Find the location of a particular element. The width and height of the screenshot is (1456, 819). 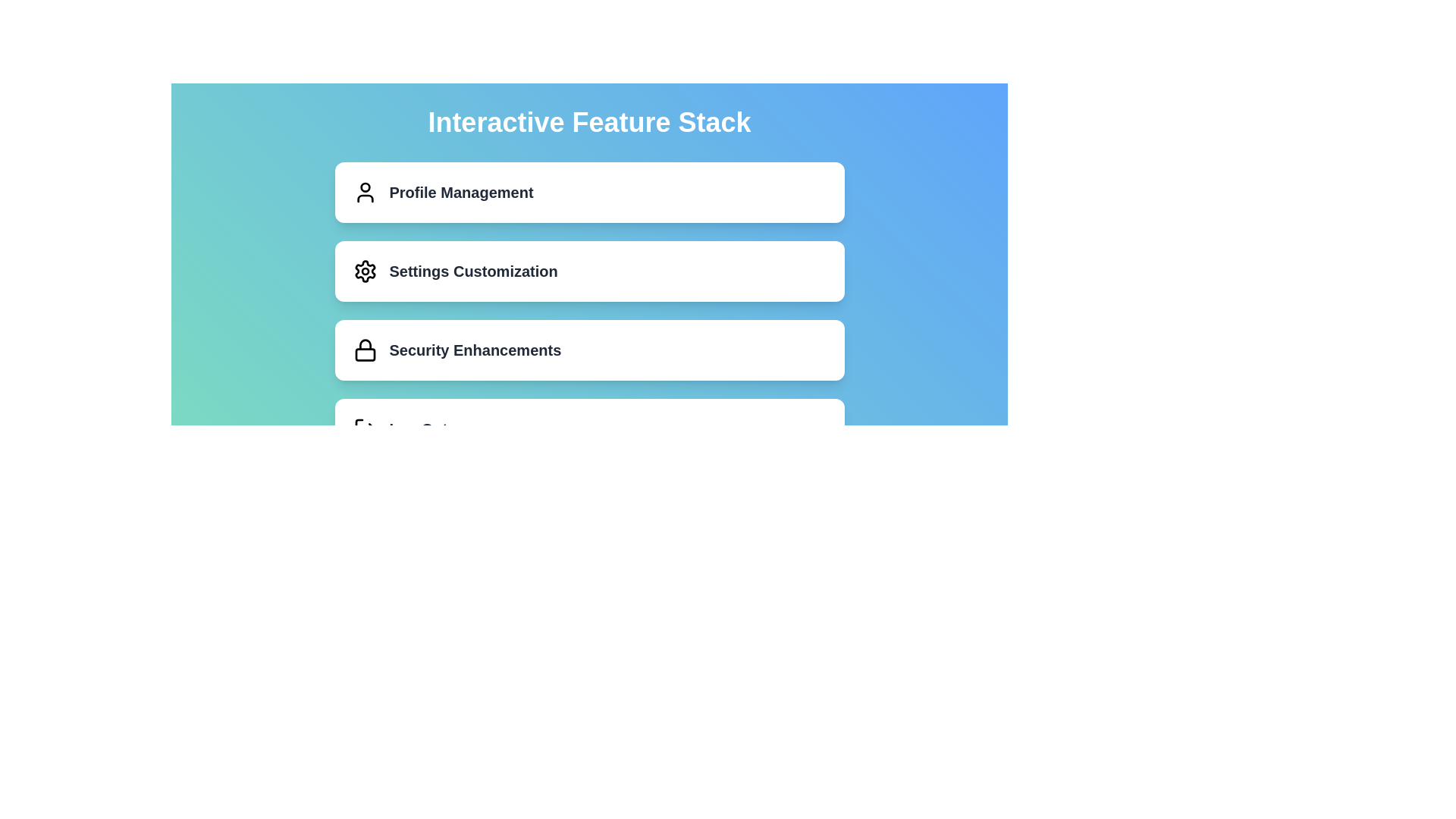

the second card in the vertical list of clickable cards is located at coordinates (588, 309).